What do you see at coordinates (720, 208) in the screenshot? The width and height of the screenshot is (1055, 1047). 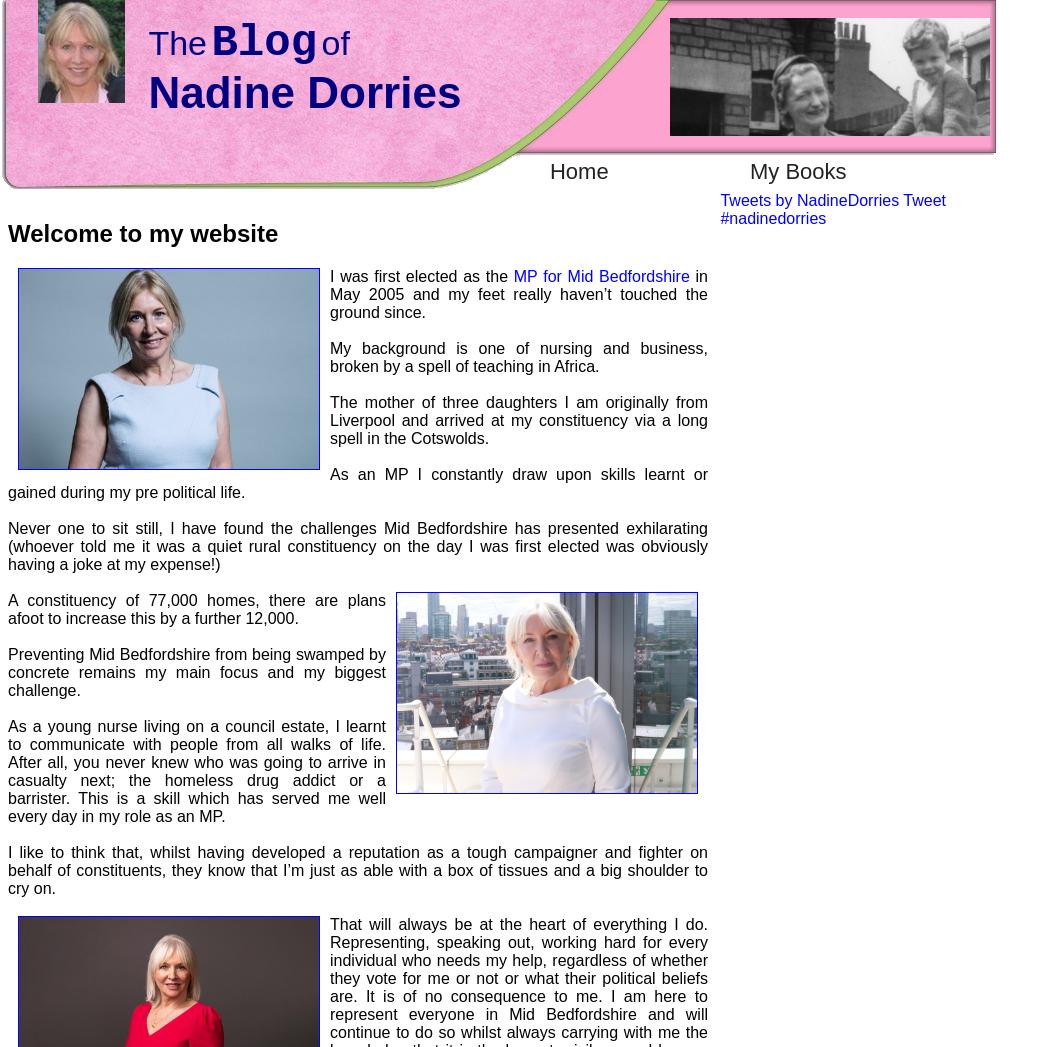 I see `'Tweet #nadinedorries'` at bounding box center [720, 208].